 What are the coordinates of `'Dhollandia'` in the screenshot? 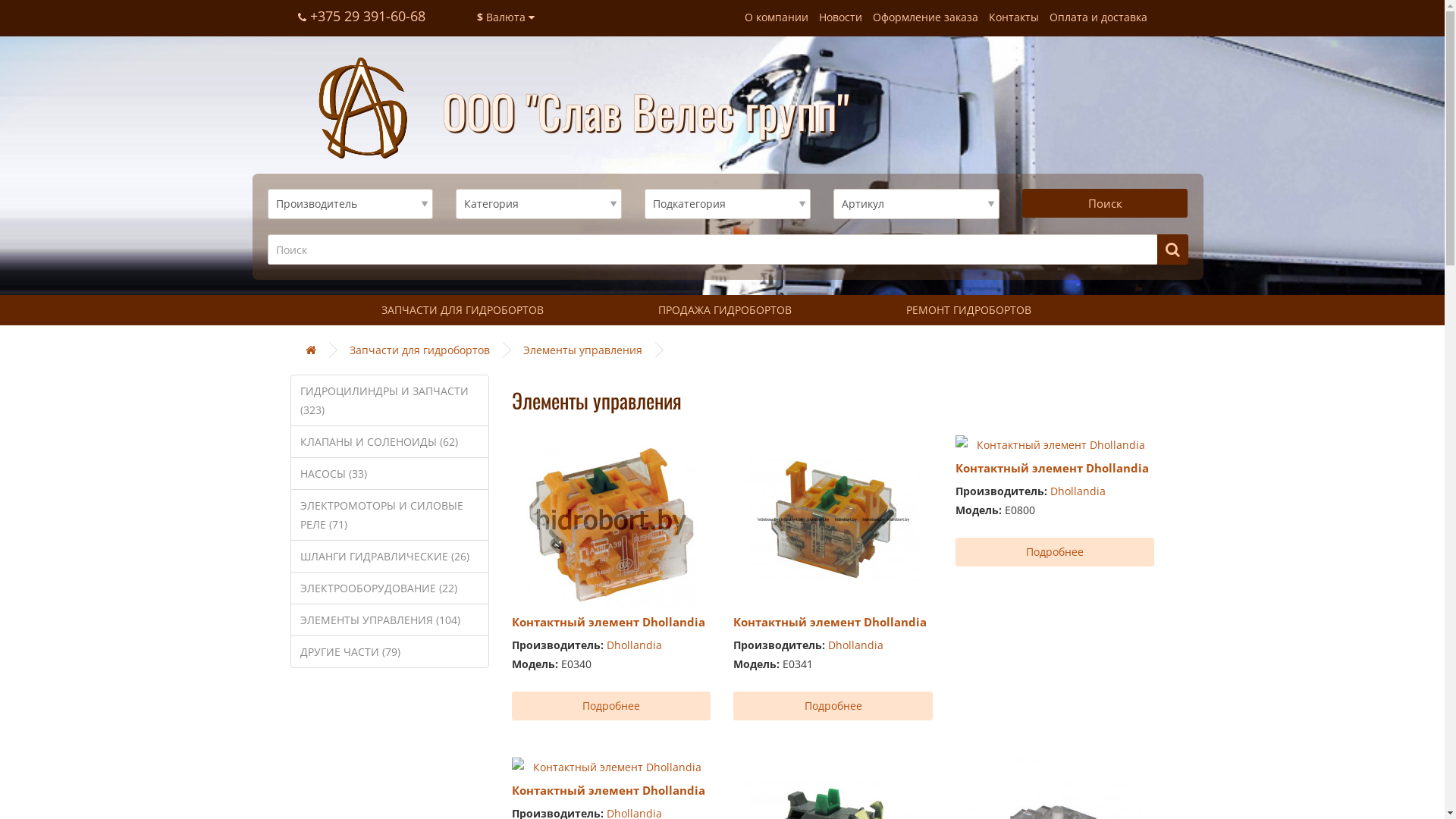 It's located at (634, 645).